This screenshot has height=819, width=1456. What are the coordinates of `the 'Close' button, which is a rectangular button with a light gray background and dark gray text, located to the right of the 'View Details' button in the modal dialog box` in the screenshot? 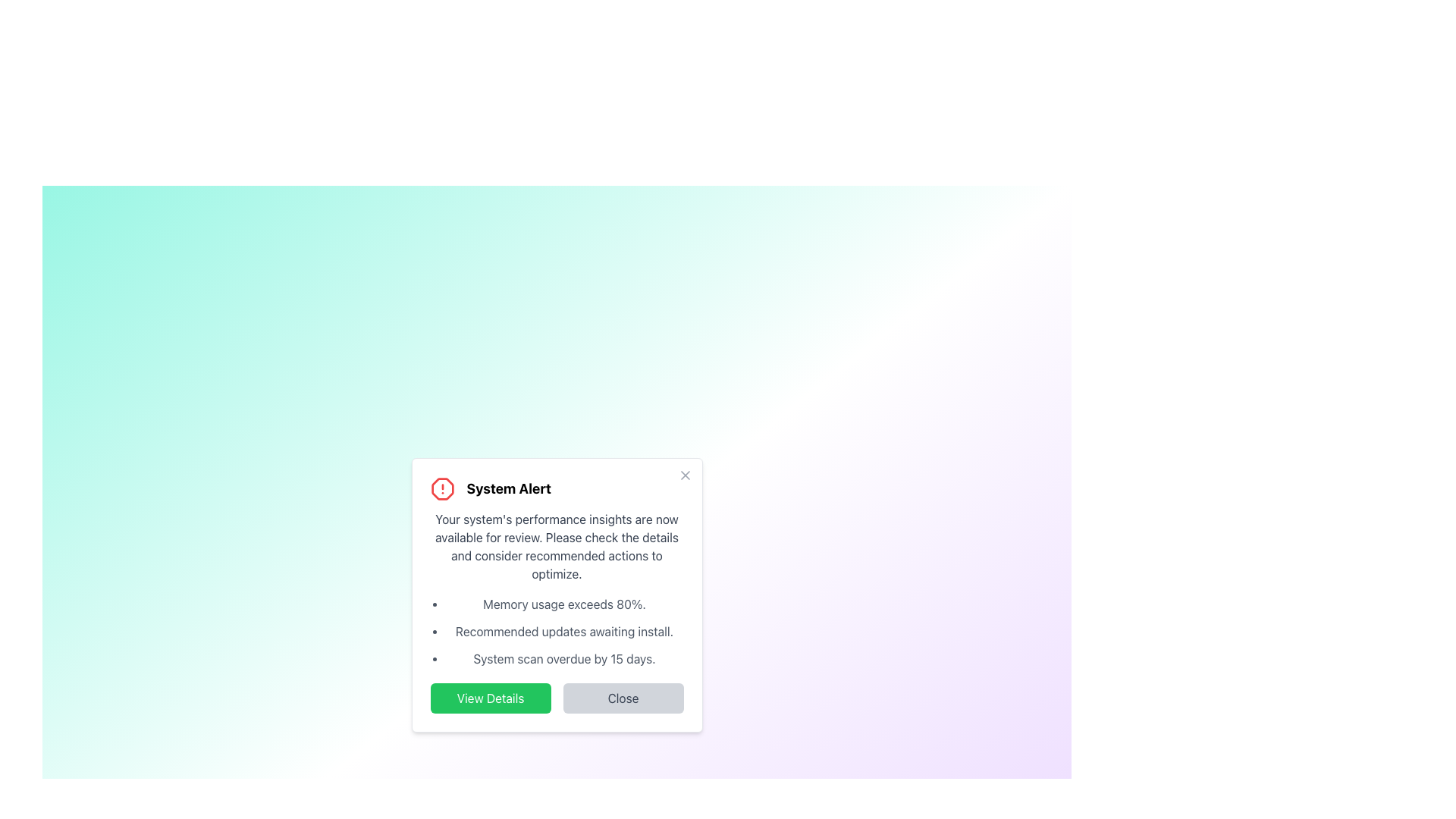 It's located at (623, 698).